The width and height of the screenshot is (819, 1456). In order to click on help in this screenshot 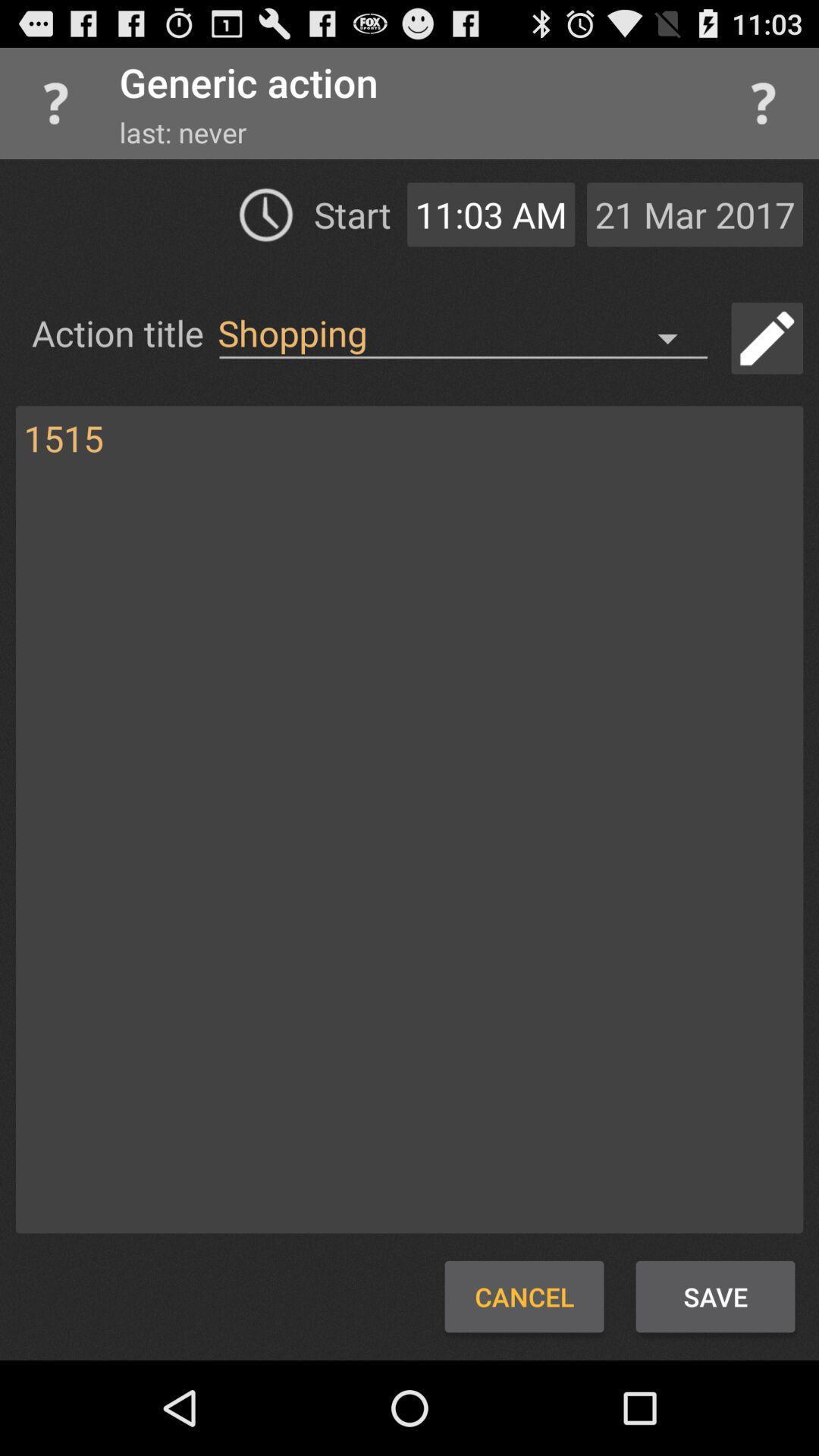, I will do `click(763, 102)`.